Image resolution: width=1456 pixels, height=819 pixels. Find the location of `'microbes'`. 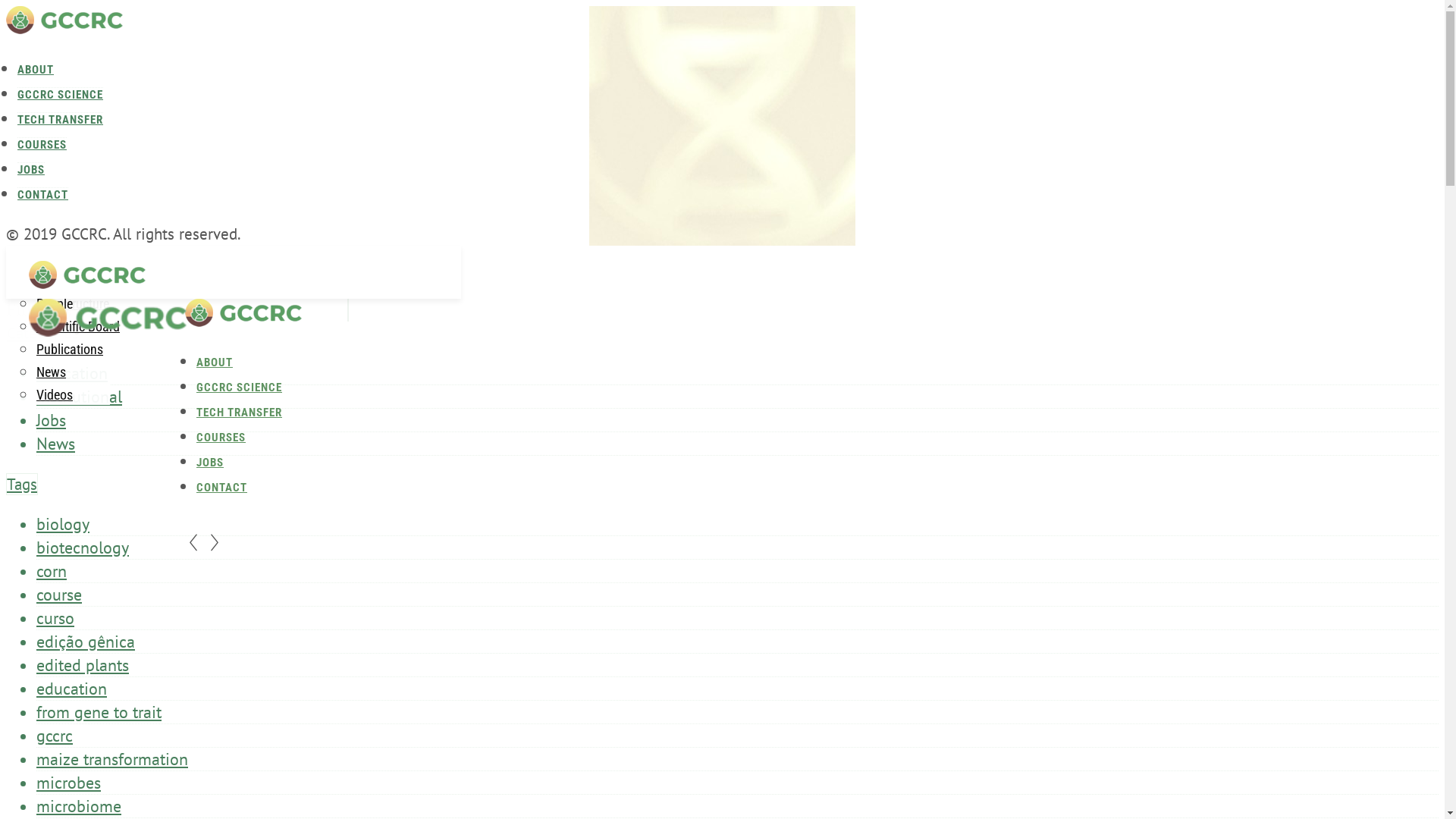

'microbes' is located at coordinates (67, 783).